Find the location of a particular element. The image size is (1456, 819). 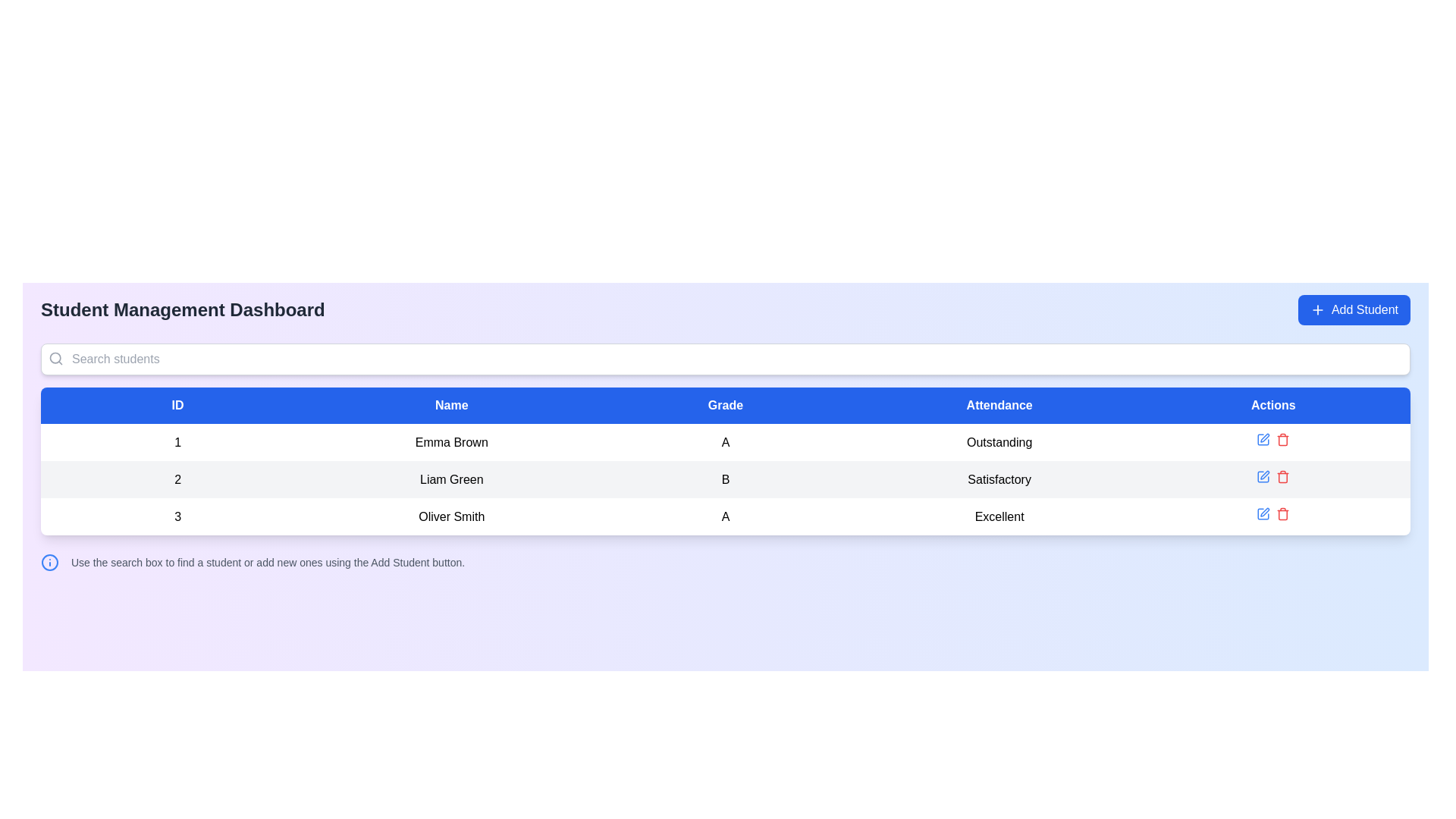

numerical identifier text located in the first column of the table under the header 'ID' is located at coordinates (177, 442).